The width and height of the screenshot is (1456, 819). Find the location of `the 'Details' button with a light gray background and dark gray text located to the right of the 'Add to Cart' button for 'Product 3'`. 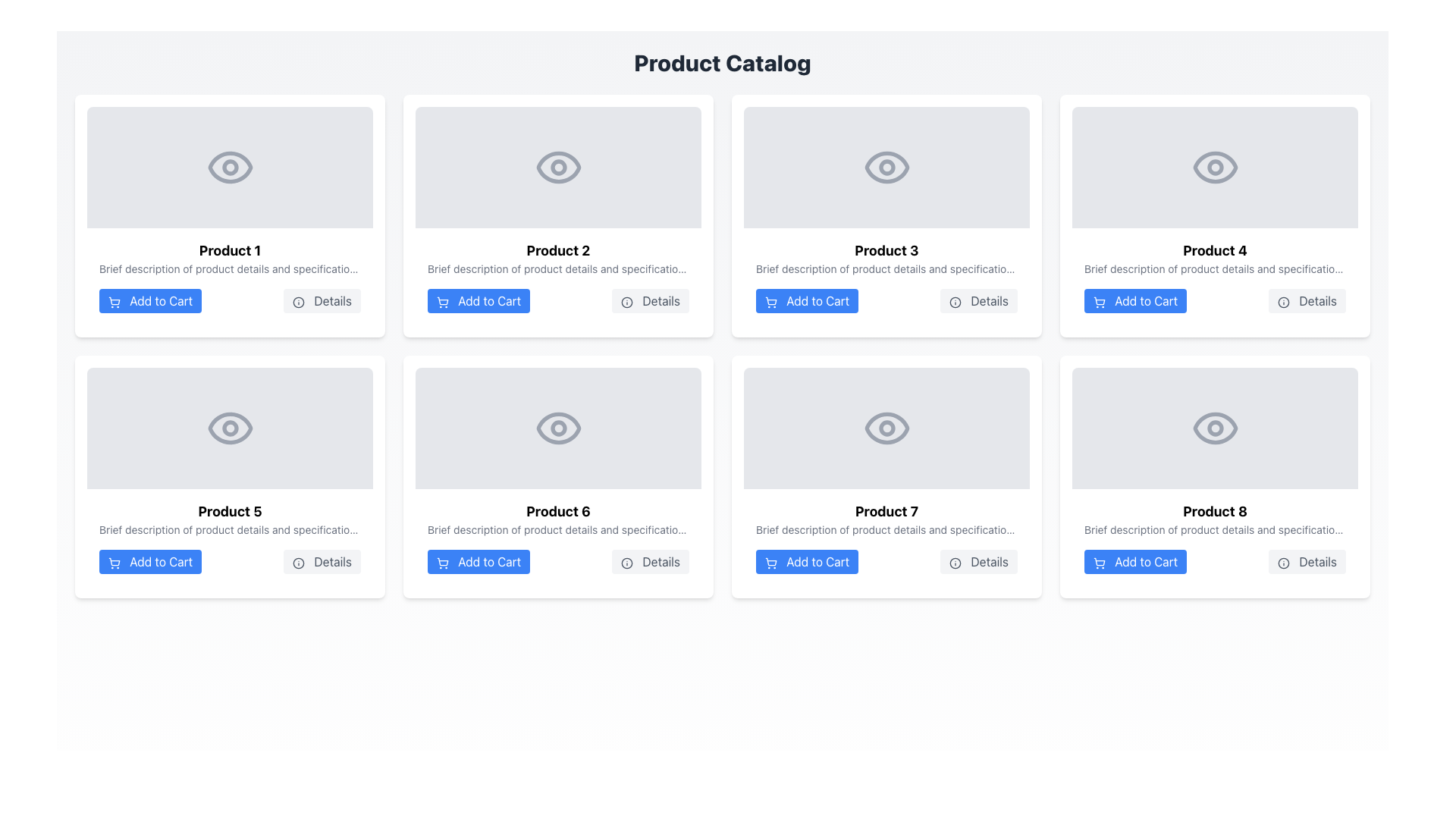

the 'Details' button with a light gray background and dark gray text located to the right of the 'Add to Cart' button for 'Product 3' is located at coordinates (979, 301).